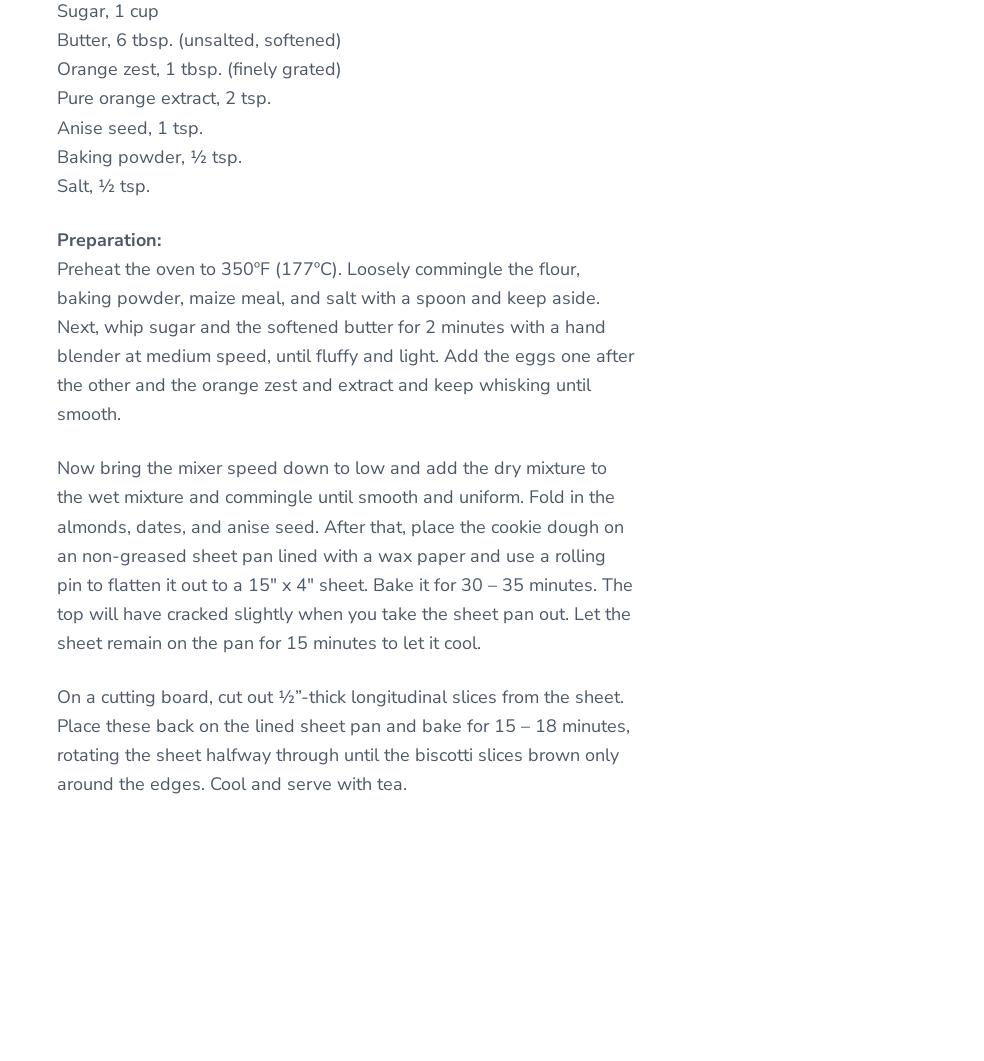 This screenshot has width=984, height=1061. What do you see at coordinates (108, 238) in the screenshot?
I see `'Preparation:'` at bounding box center [108, 238].